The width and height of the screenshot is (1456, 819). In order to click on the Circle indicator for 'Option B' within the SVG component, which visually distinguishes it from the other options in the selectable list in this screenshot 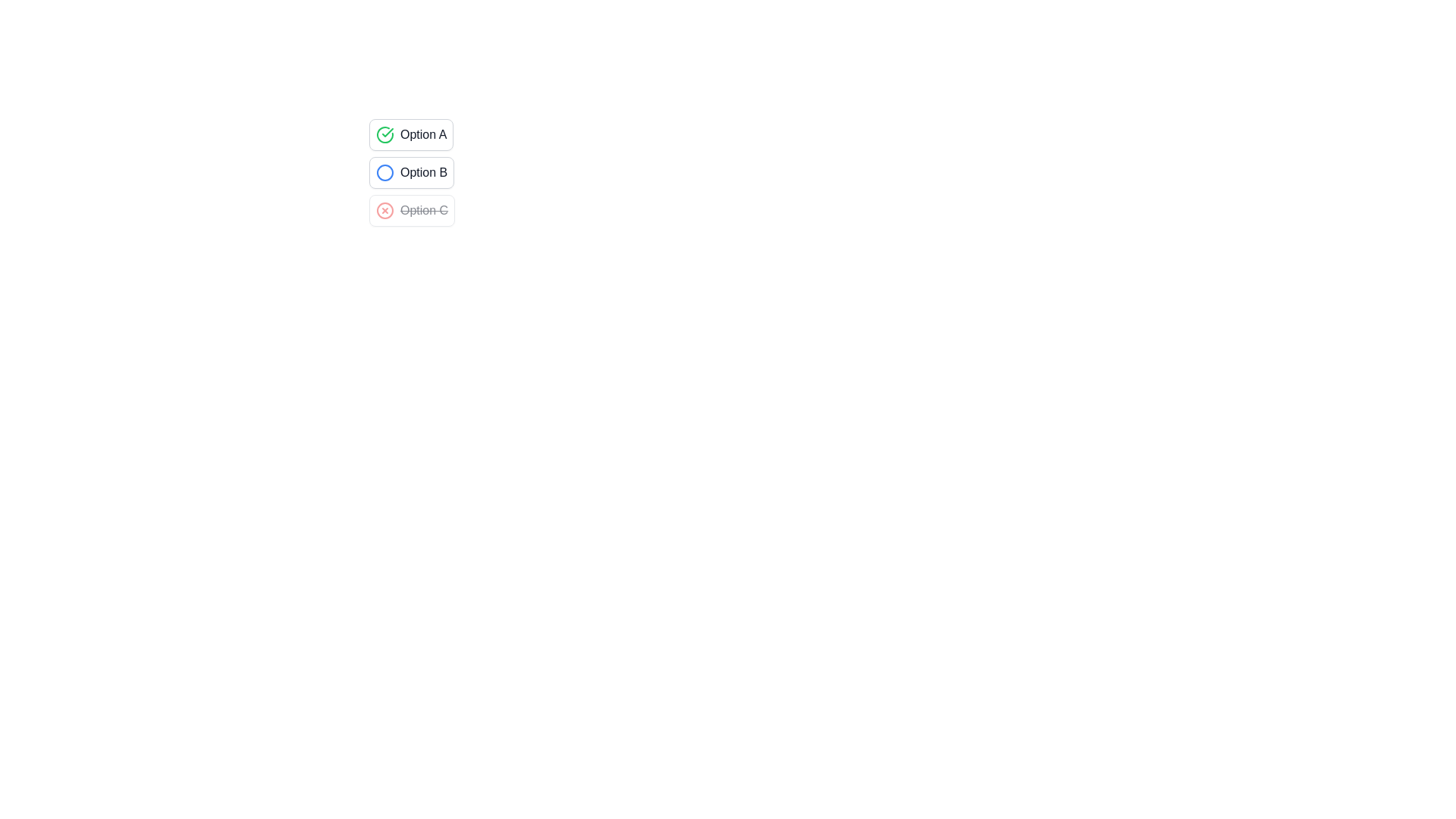, I will do `click(385, 171)`.